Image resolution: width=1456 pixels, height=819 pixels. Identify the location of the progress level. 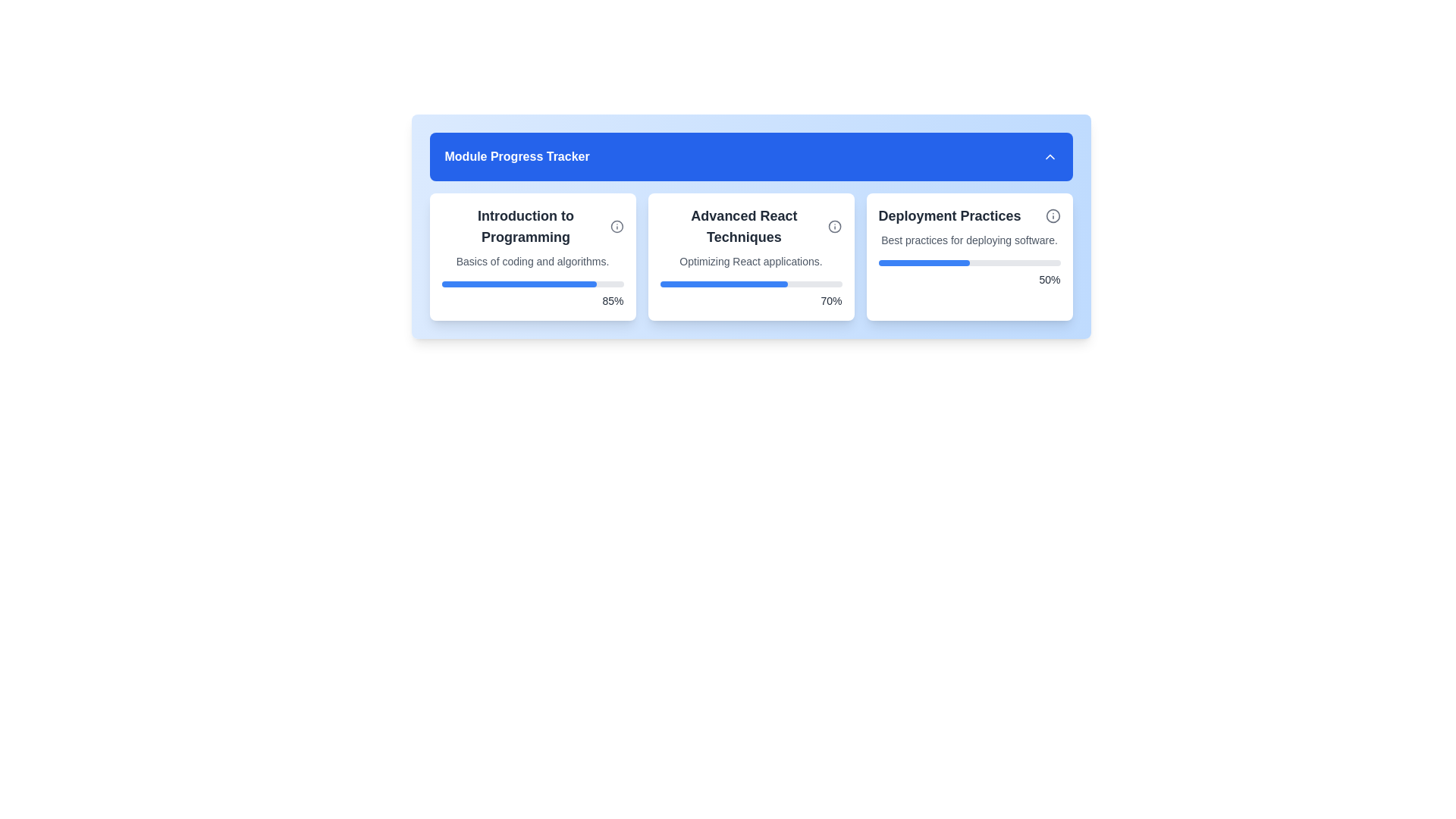
(967, 262).